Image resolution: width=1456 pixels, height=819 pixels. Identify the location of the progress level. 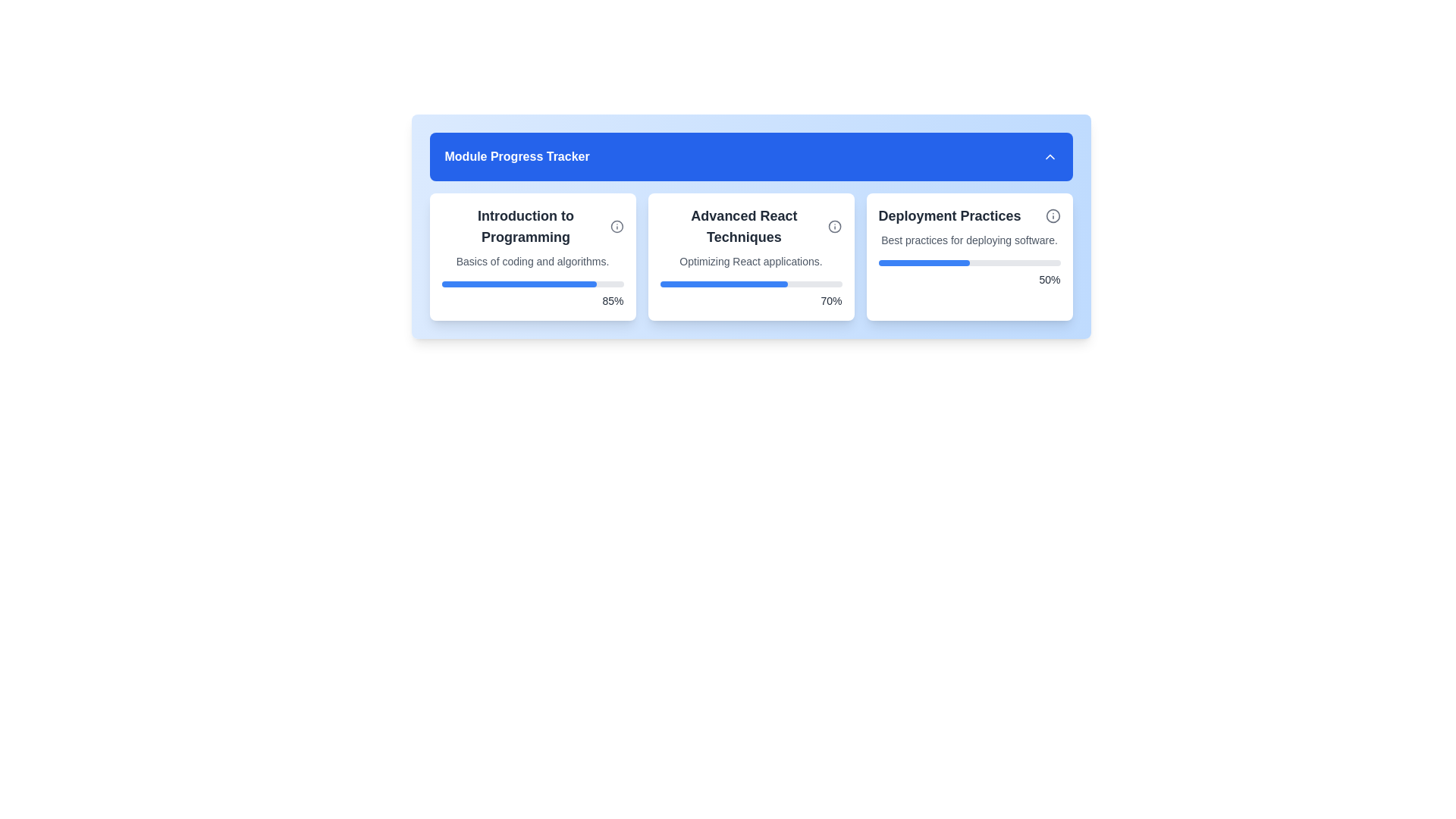
(967, 262).